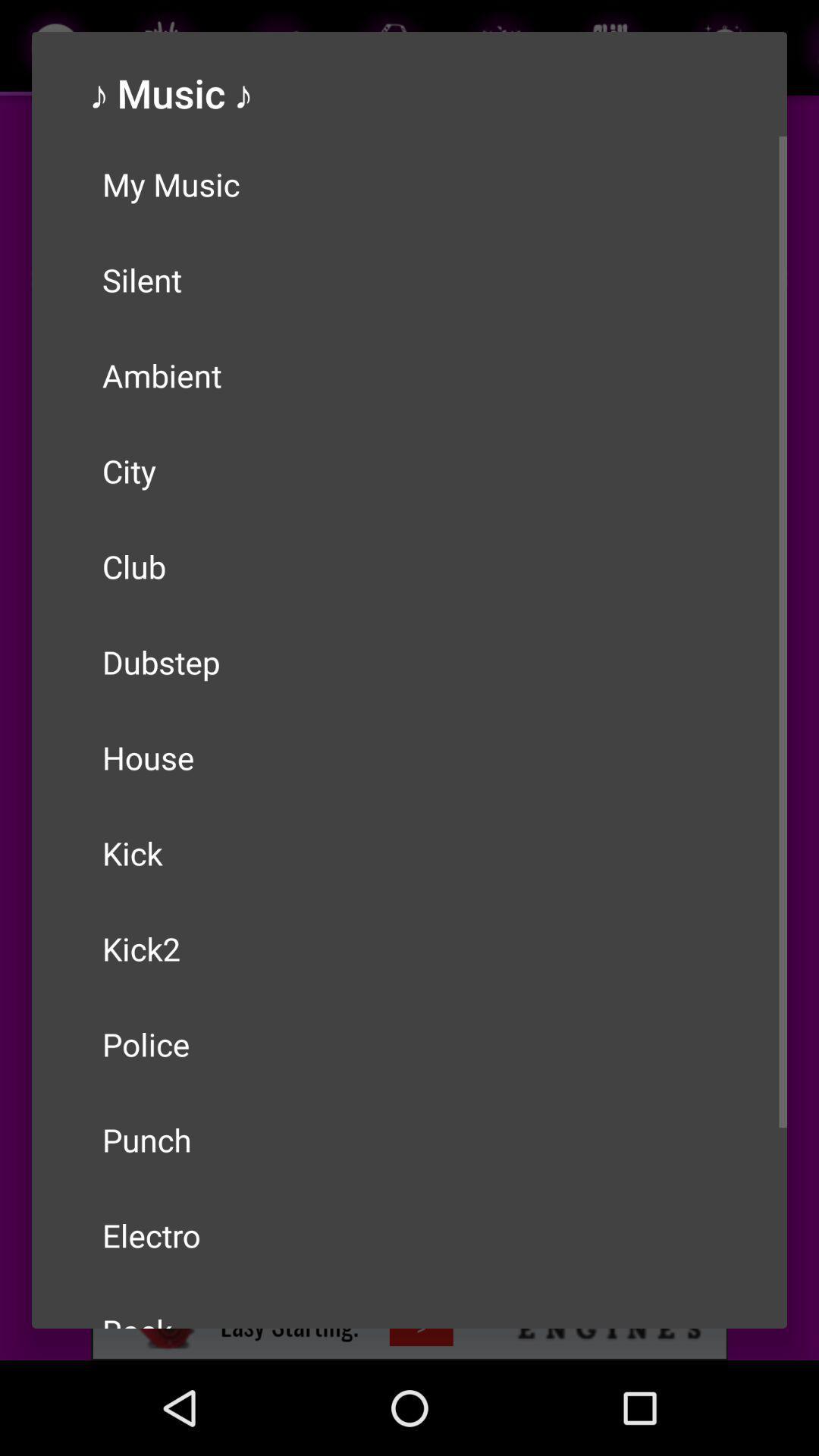 This screenshot has width=819, height=1456. I want to click on the icon above the 		house, so click(409, 662).